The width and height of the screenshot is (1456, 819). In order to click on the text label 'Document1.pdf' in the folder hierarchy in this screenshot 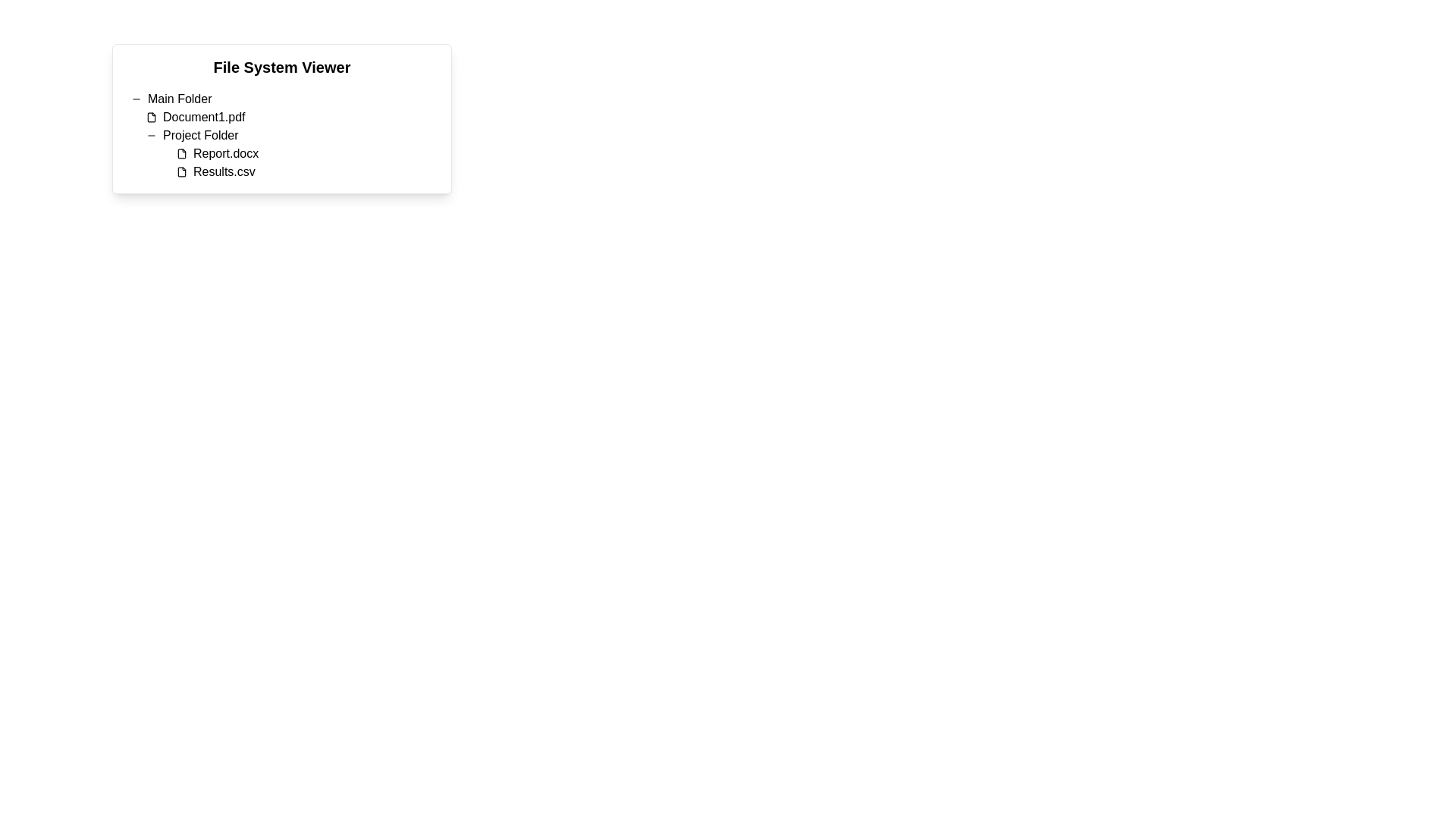, I will do `click(203, 116)`.